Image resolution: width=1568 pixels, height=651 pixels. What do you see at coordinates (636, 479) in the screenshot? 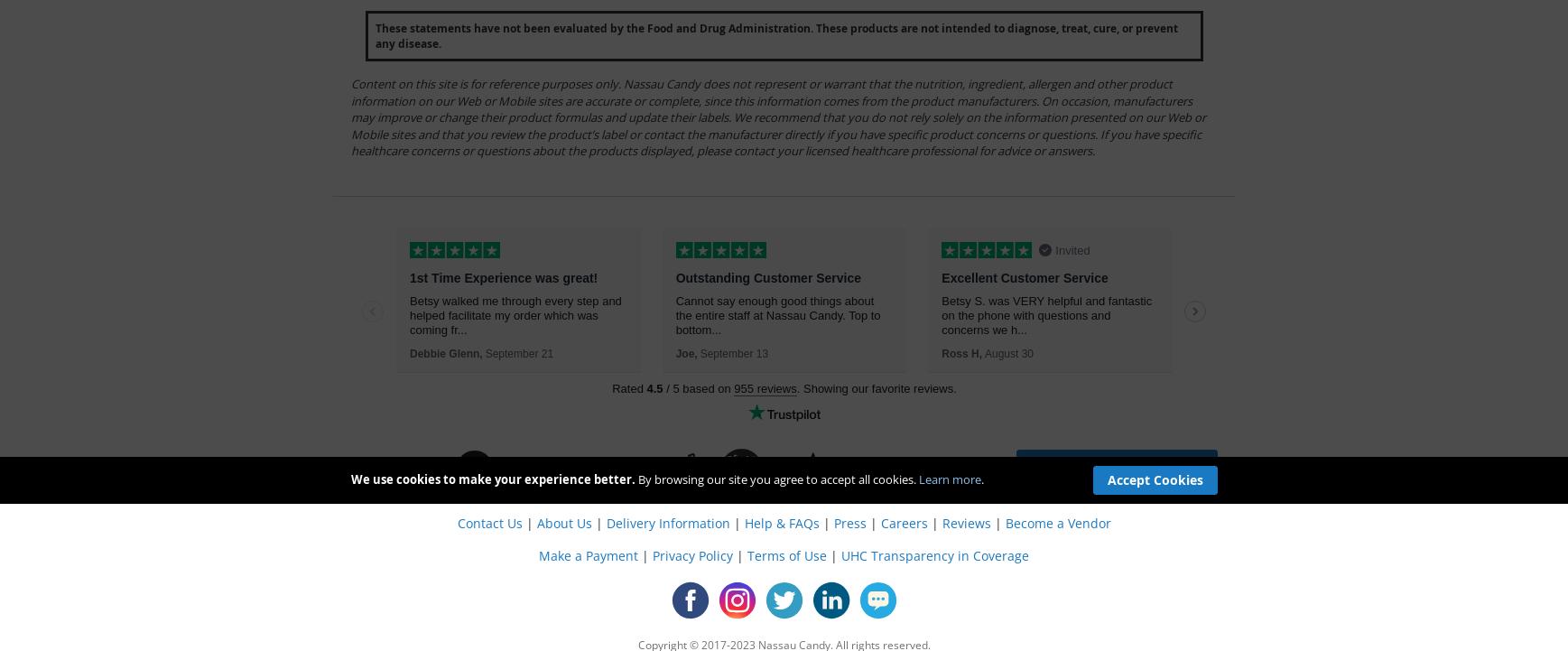
I see `'By browsing our site you agree to accept all cookies.'` at bounding box center [636, 479].